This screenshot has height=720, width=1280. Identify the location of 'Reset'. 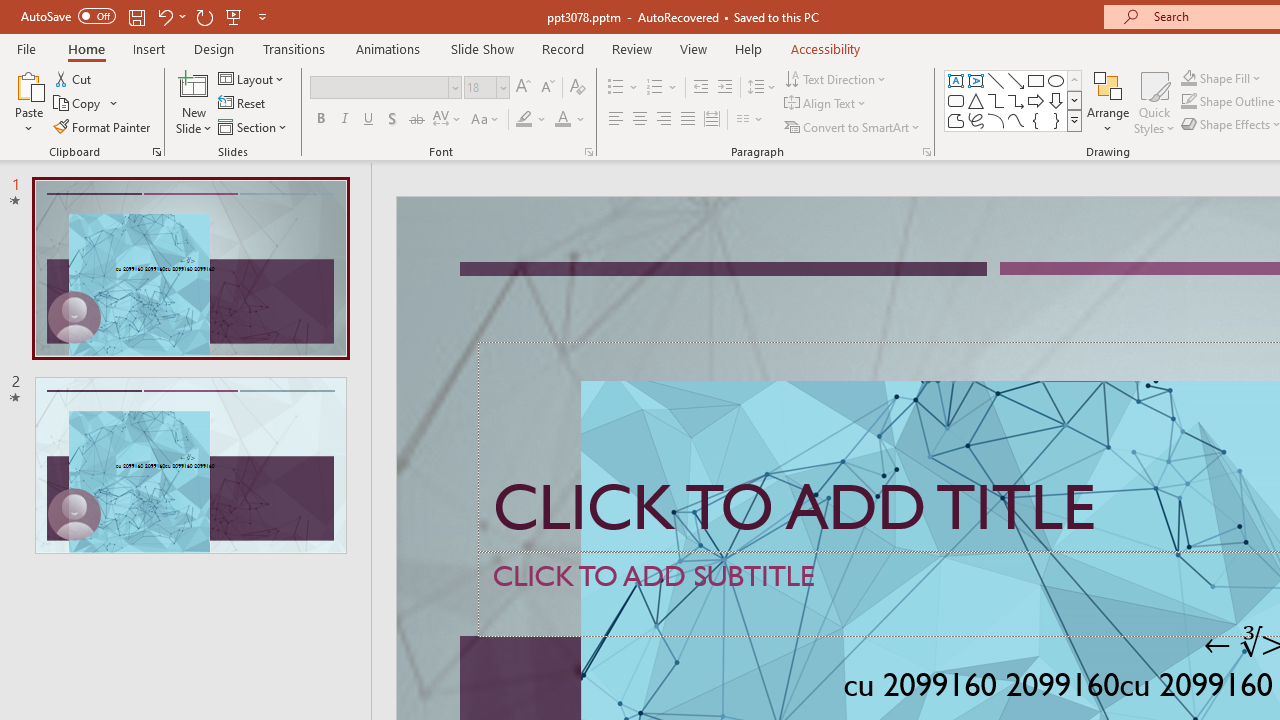
(242, 103).